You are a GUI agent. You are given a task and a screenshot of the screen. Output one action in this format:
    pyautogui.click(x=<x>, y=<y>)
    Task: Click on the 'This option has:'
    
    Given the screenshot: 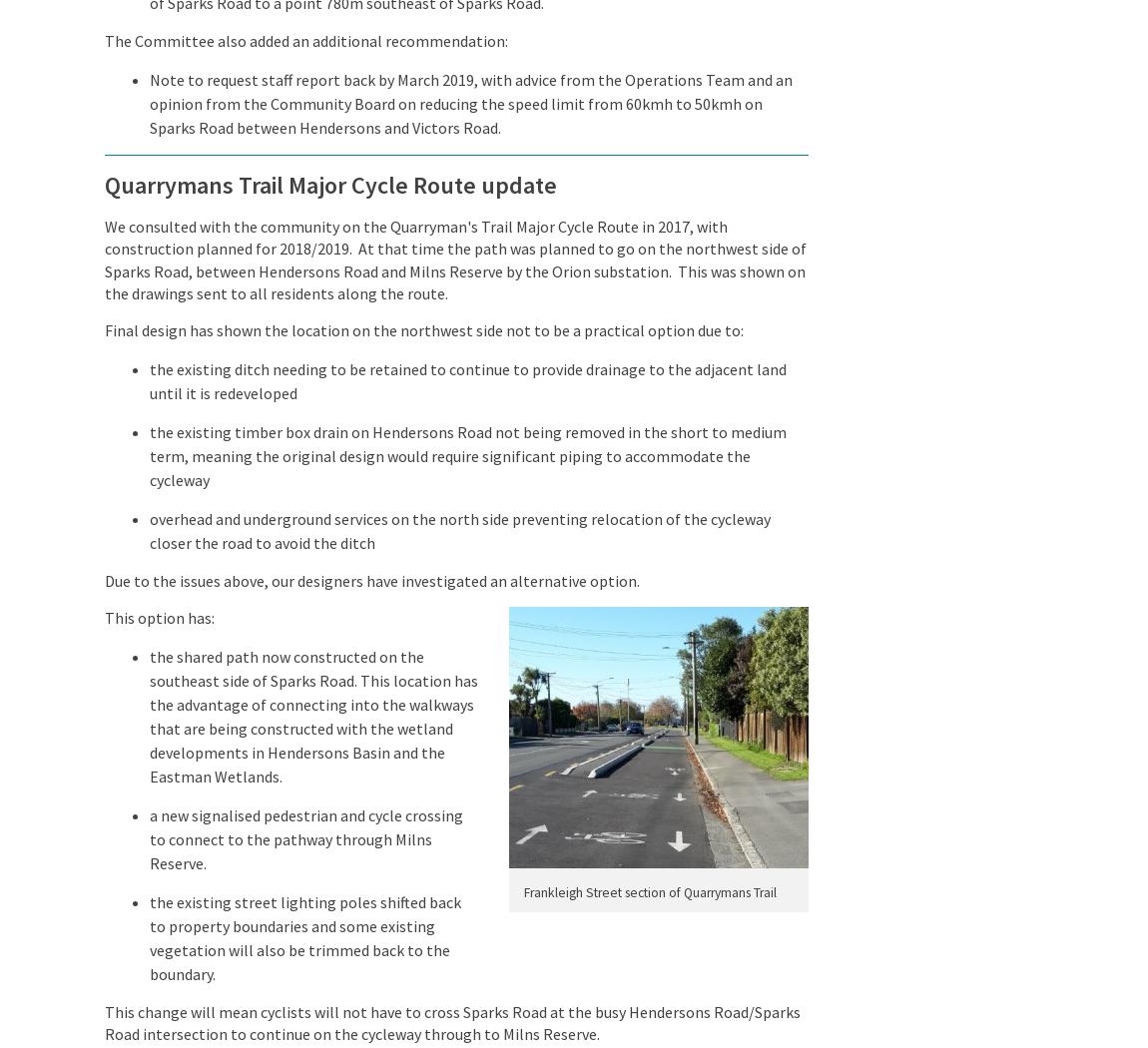 What is the action you would take?
    pyautogui.click(x=158, y=617)
    